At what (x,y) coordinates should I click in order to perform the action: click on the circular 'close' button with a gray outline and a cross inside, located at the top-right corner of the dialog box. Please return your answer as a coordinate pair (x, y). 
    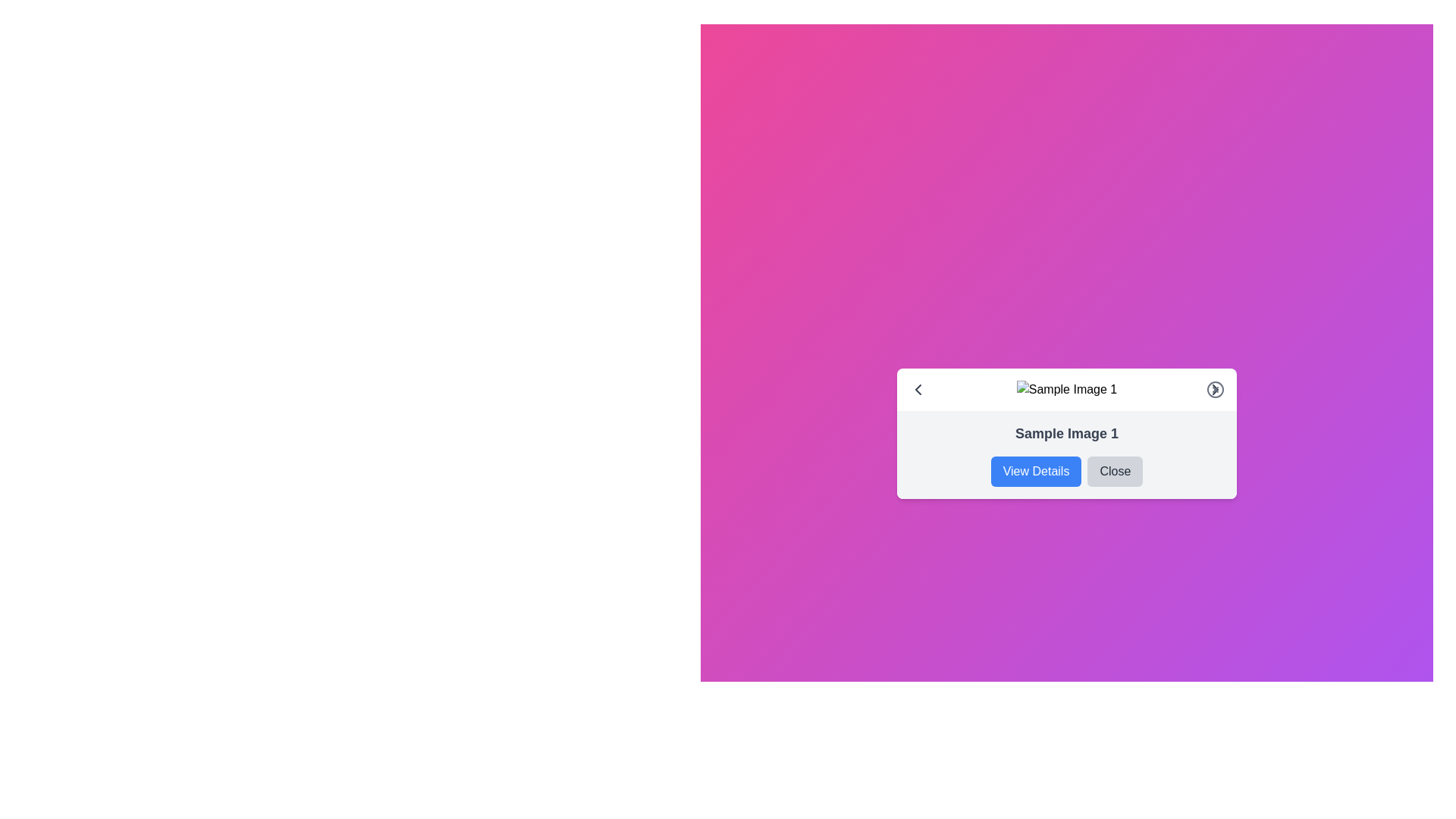
    Looking at the image, I should click on (1216, 388).